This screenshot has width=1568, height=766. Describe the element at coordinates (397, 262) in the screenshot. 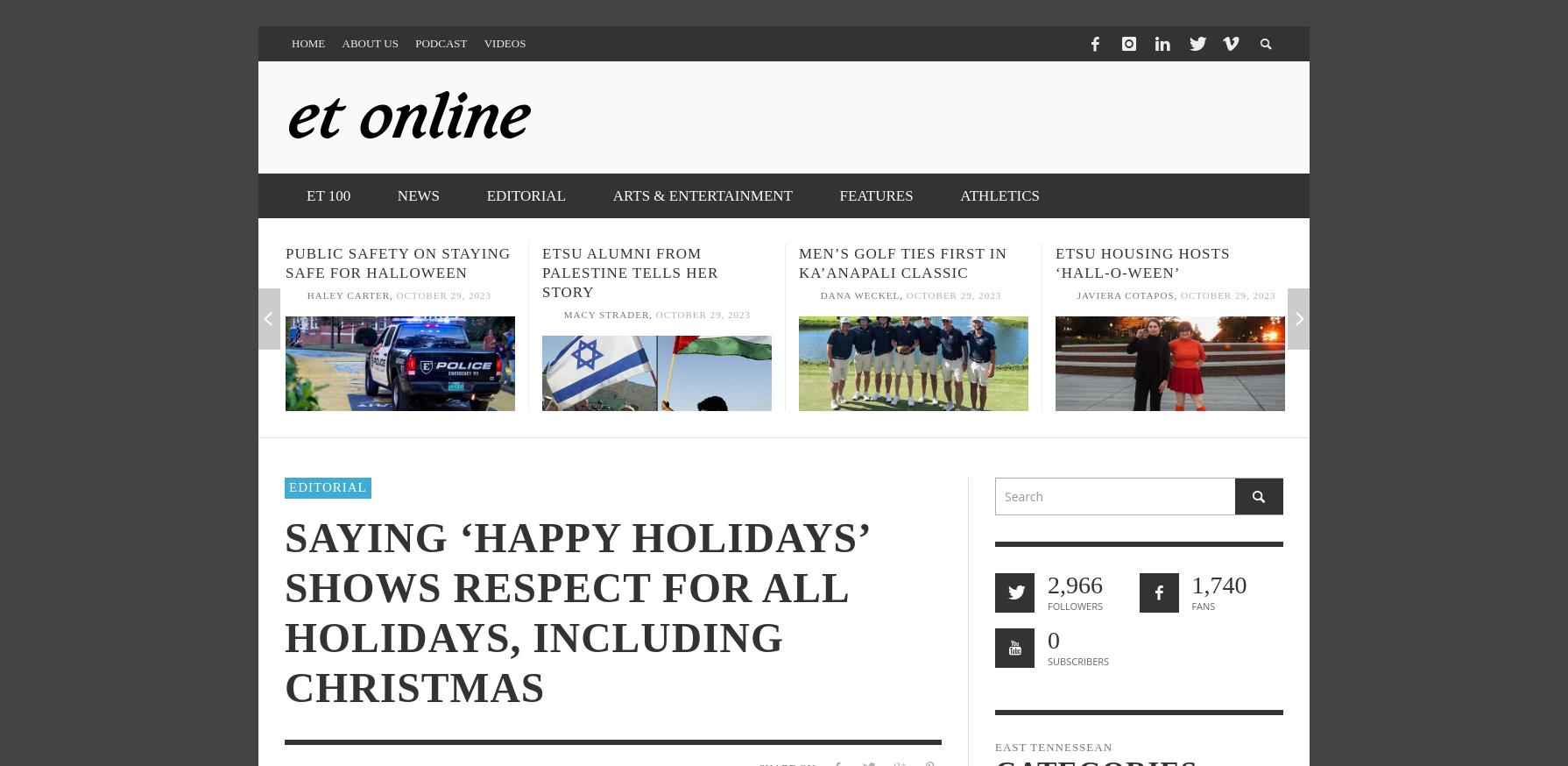

I see `'Public Safety on staying safe for Halloween'` at that location.